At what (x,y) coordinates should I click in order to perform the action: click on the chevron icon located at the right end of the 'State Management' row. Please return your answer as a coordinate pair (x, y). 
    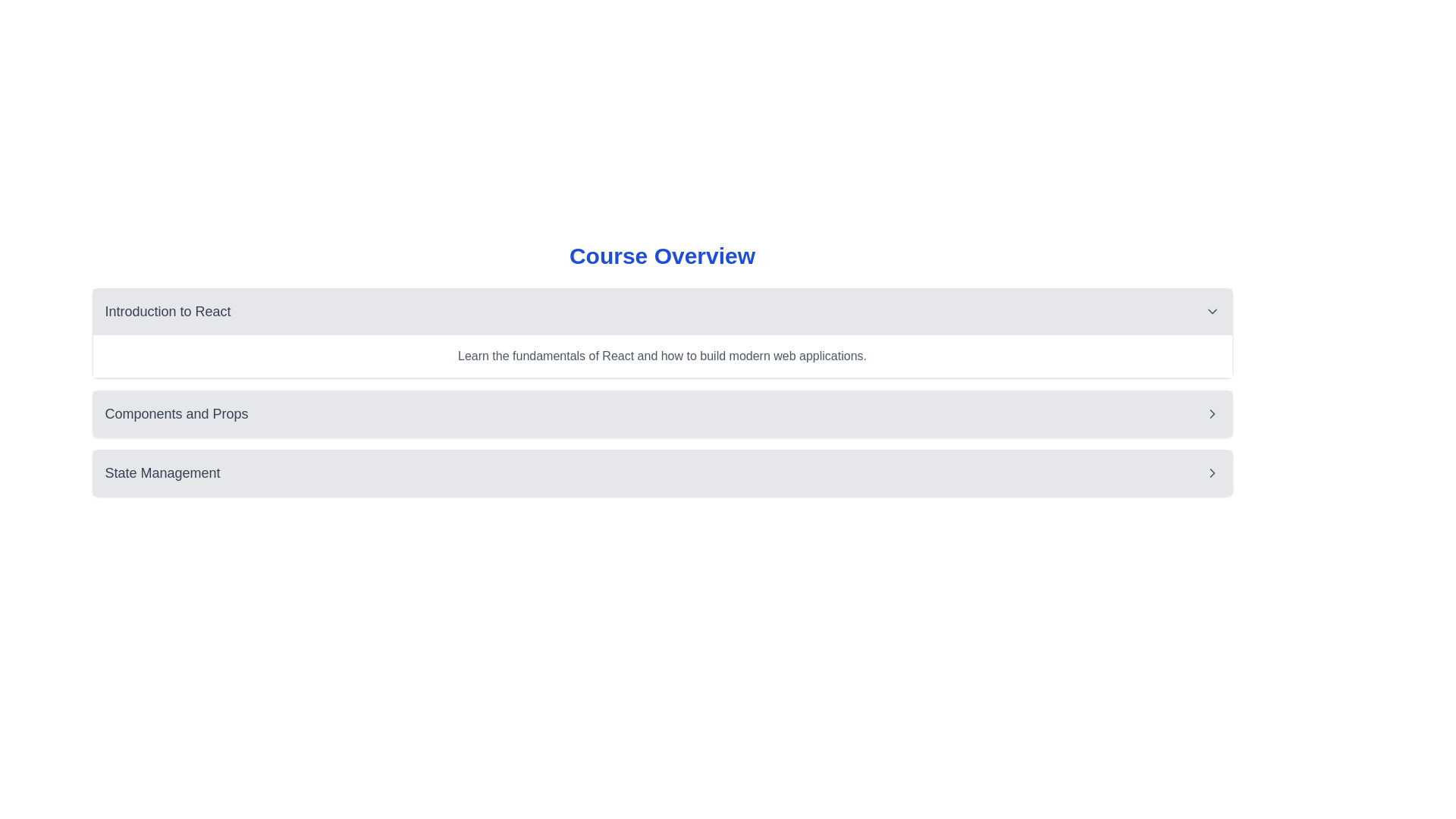
    Looking at the image, I should click on (1211, 472).